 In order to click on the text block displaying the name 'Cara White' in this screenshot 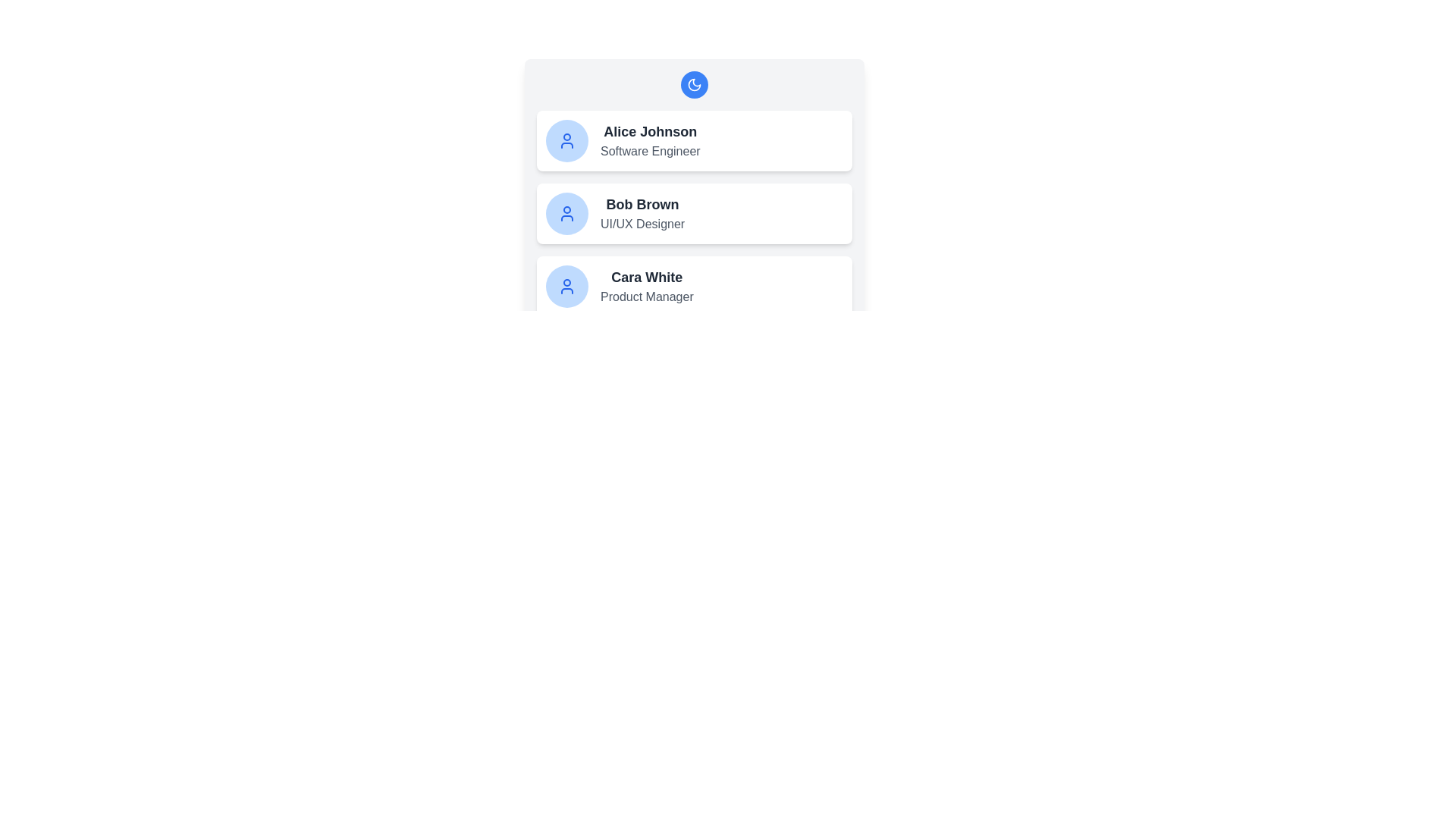, I will do `click(647, 287)`.